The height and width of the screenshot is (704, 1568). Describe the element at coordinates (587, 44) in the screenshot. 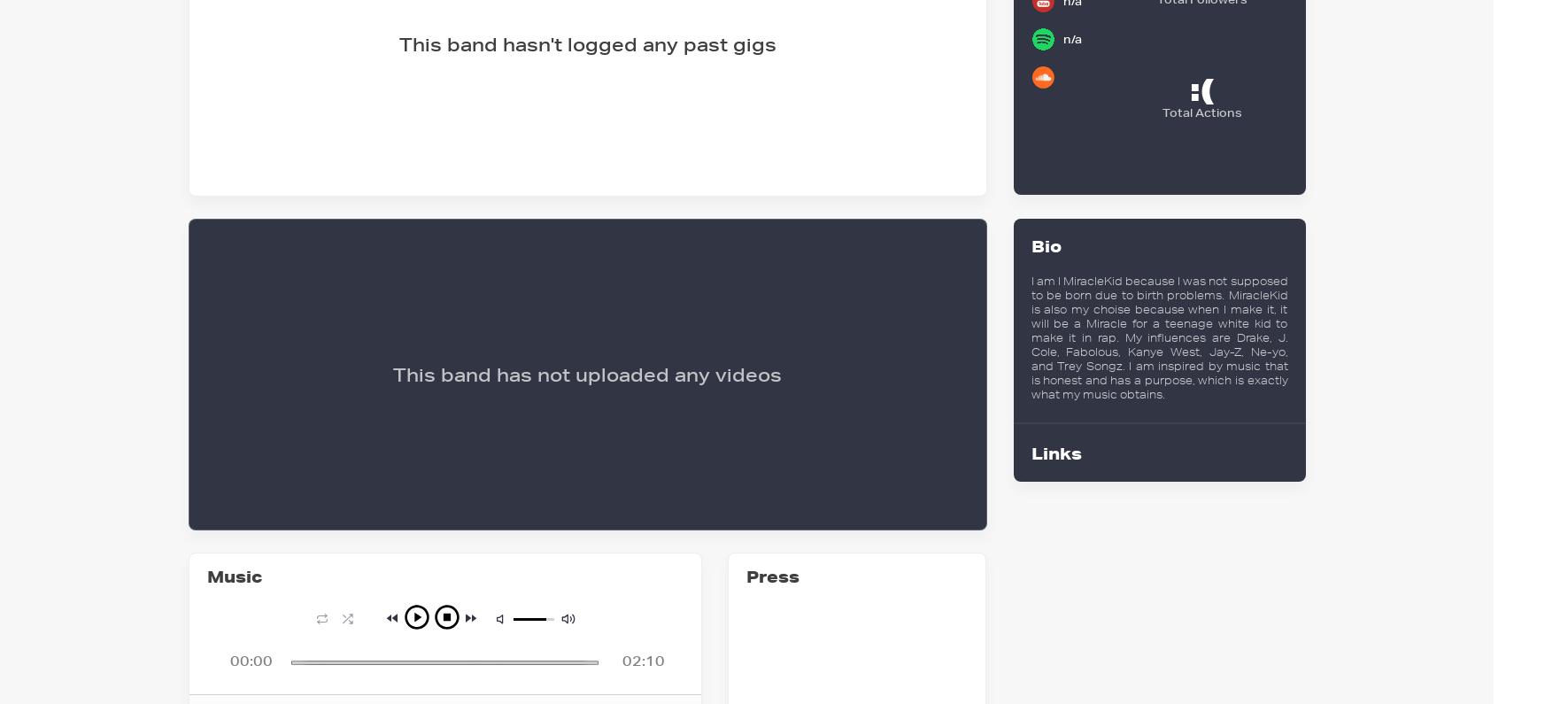

I see `'This band hasn't logged any past gigs'` at that location.